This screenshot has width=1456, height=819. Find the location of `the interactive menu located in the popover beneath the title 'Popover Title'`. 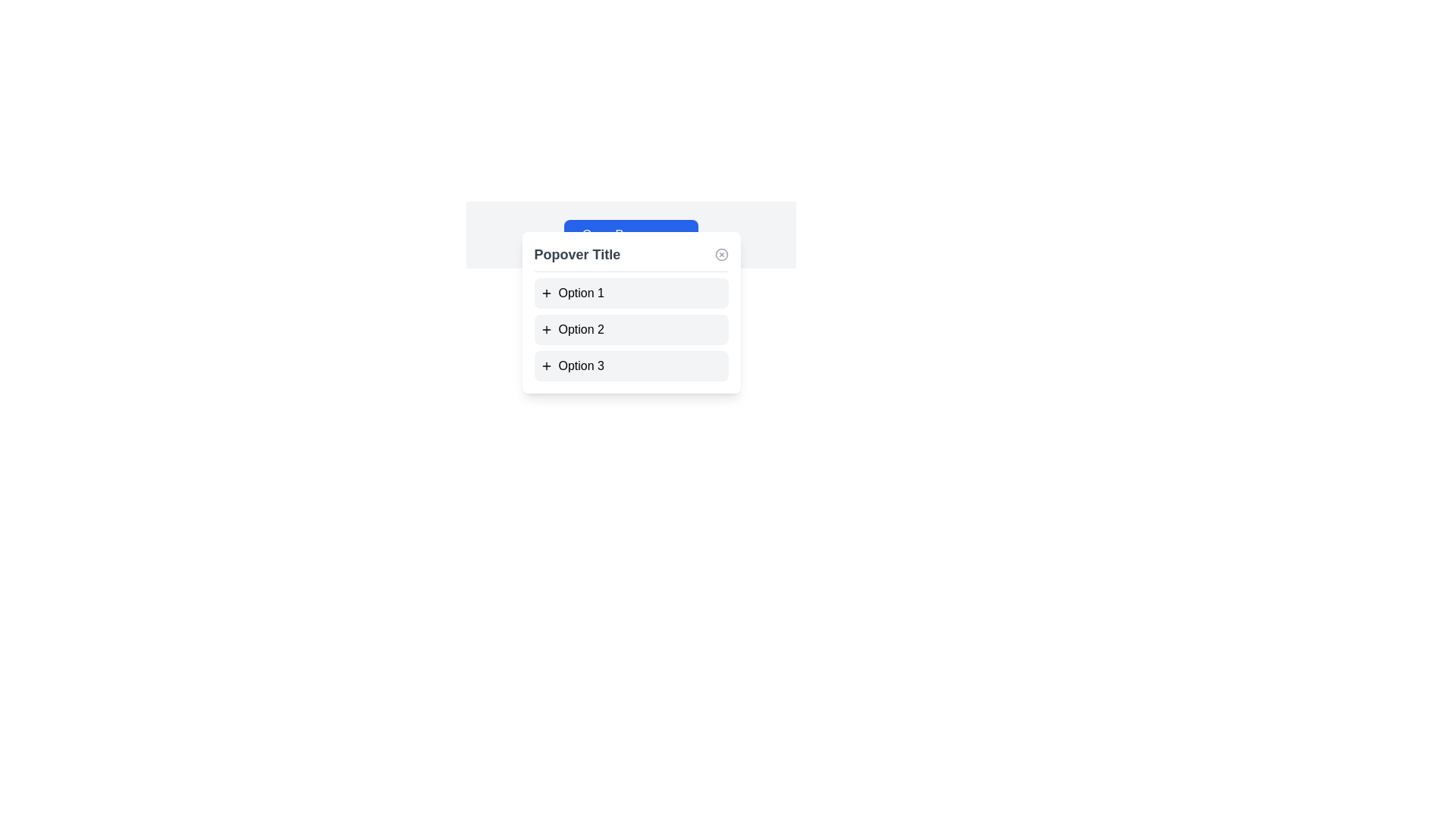

the interactive menu located in the popover beneath the title 'Popover Title' is located at coordinates (631, 312).